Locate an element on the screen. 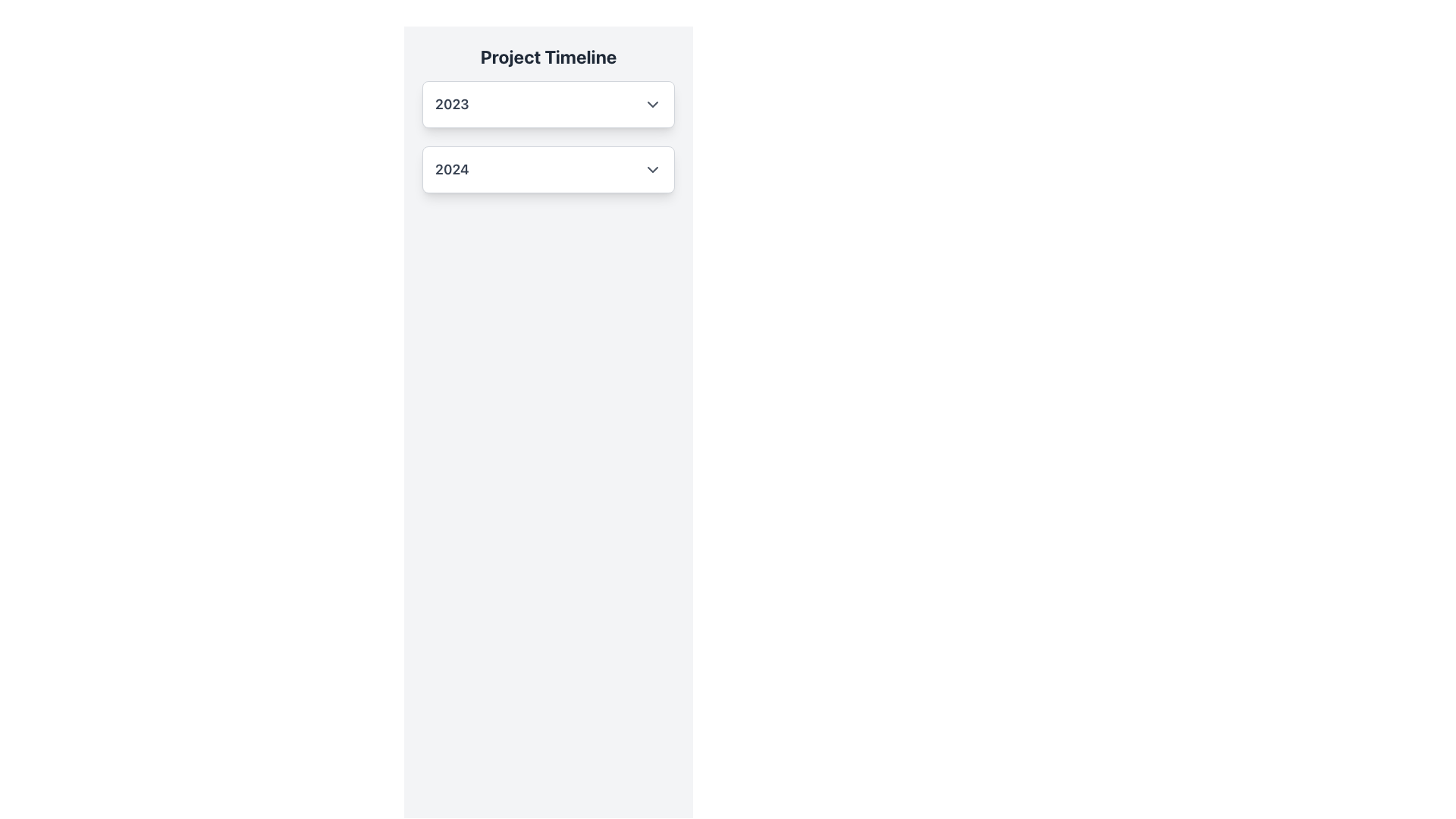 Image resolution: width=1456 pixels, height=819 pixels. text label displaying the year '2024', which is in bold gray font and located in the dropdown under 'Project Timeline.' is located at coordinates (451, 169).